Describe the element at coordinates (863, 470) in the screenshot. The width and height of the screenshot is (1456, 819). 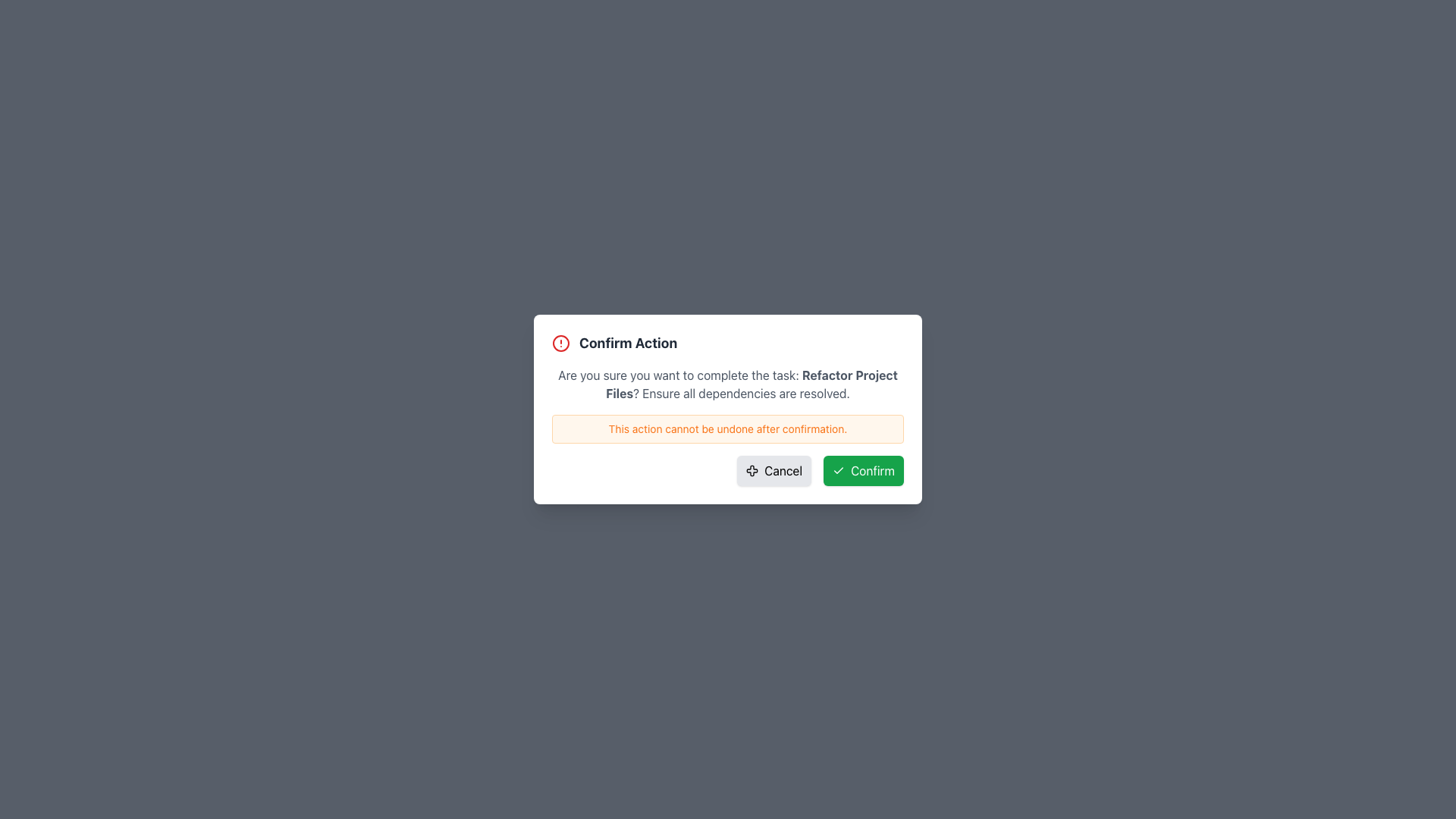
I see `the 'Confirm' button located at the bottom right of the dialog window to proceed with the intended operation and dismiss the dialog` at that location.